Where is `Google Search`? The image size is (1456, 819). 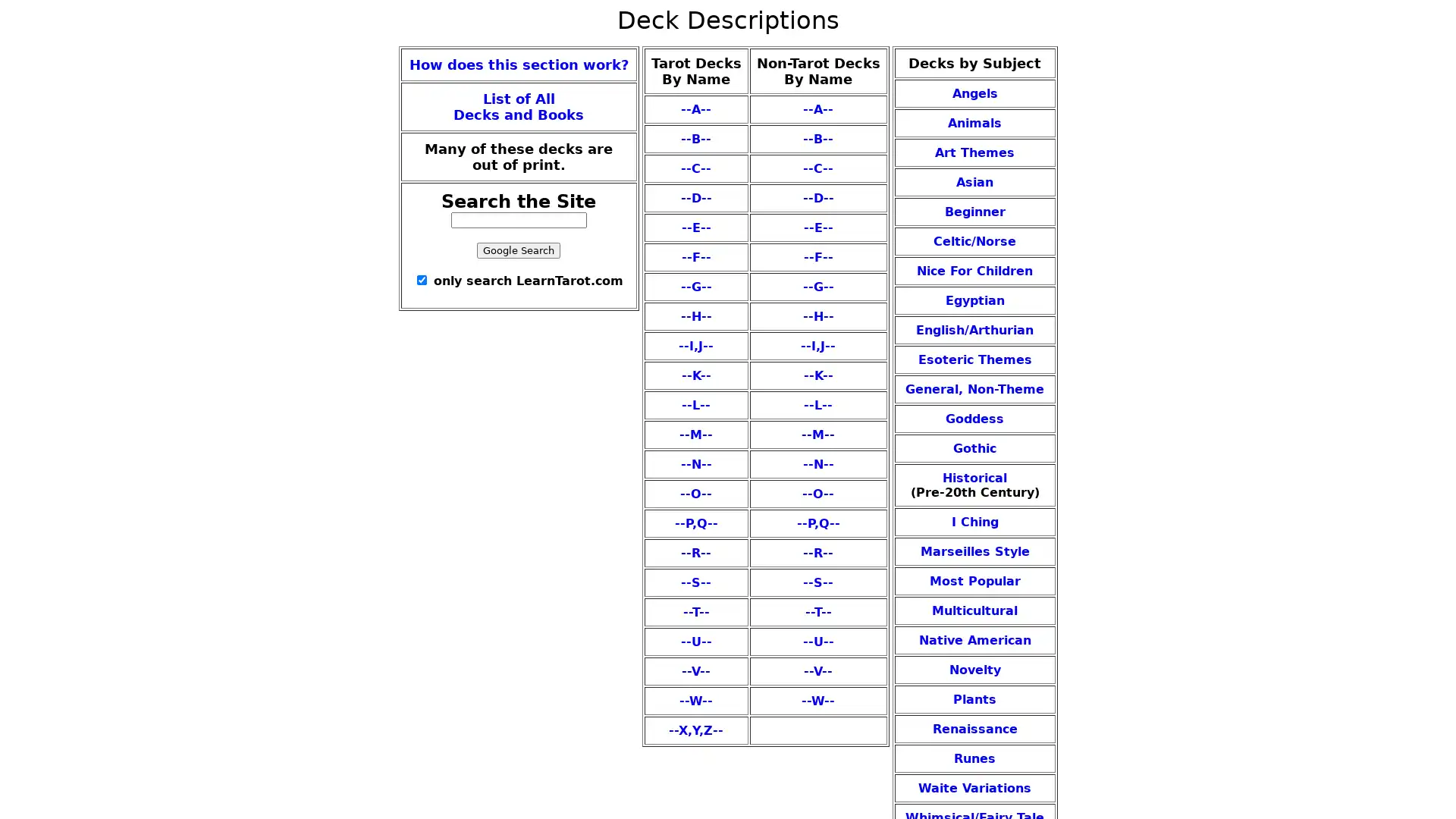 Google Search is located at coordinates (518, 249).